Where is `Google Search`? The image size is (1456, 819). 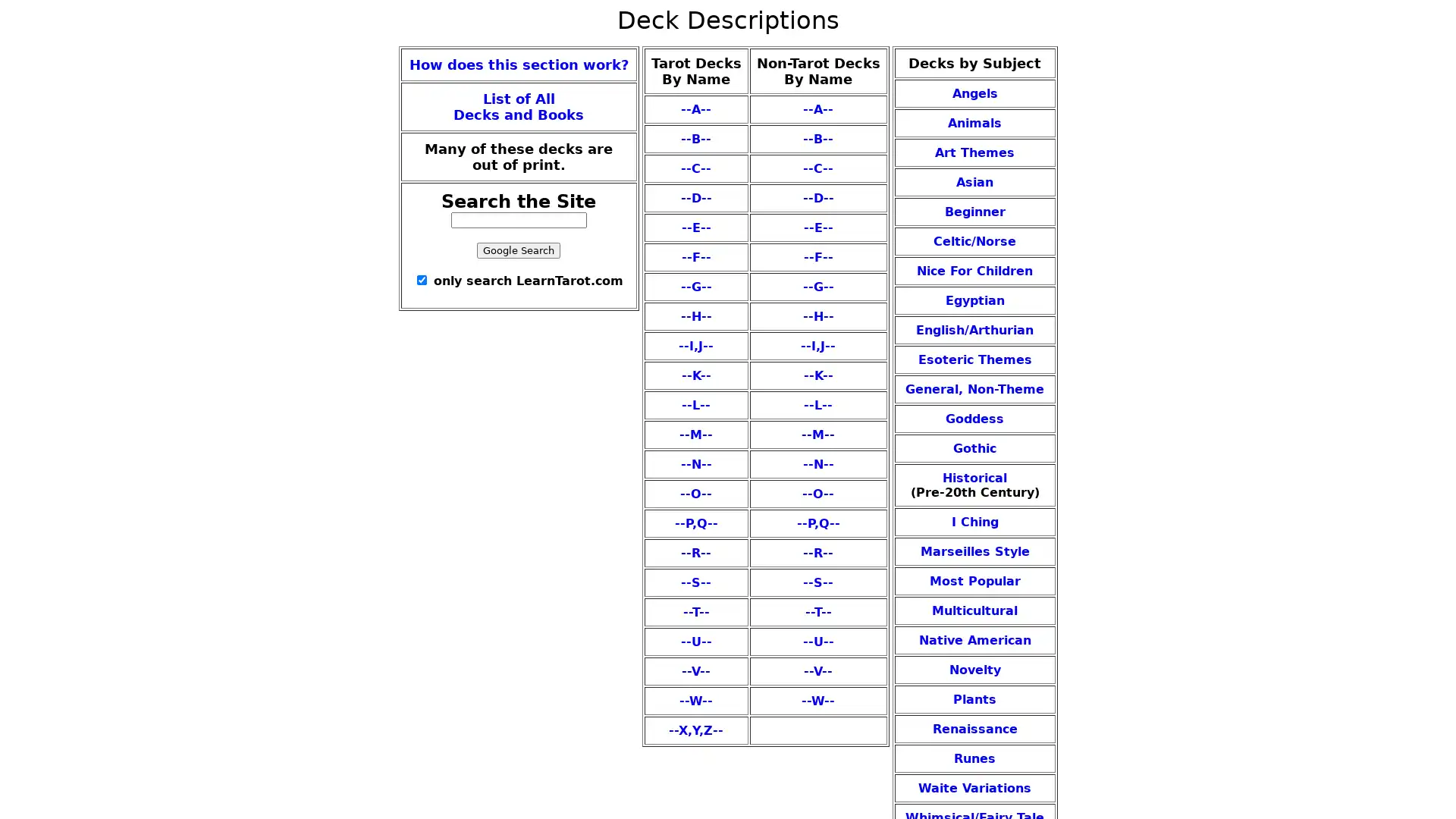 Google Search is located at coordinates (518, 249).